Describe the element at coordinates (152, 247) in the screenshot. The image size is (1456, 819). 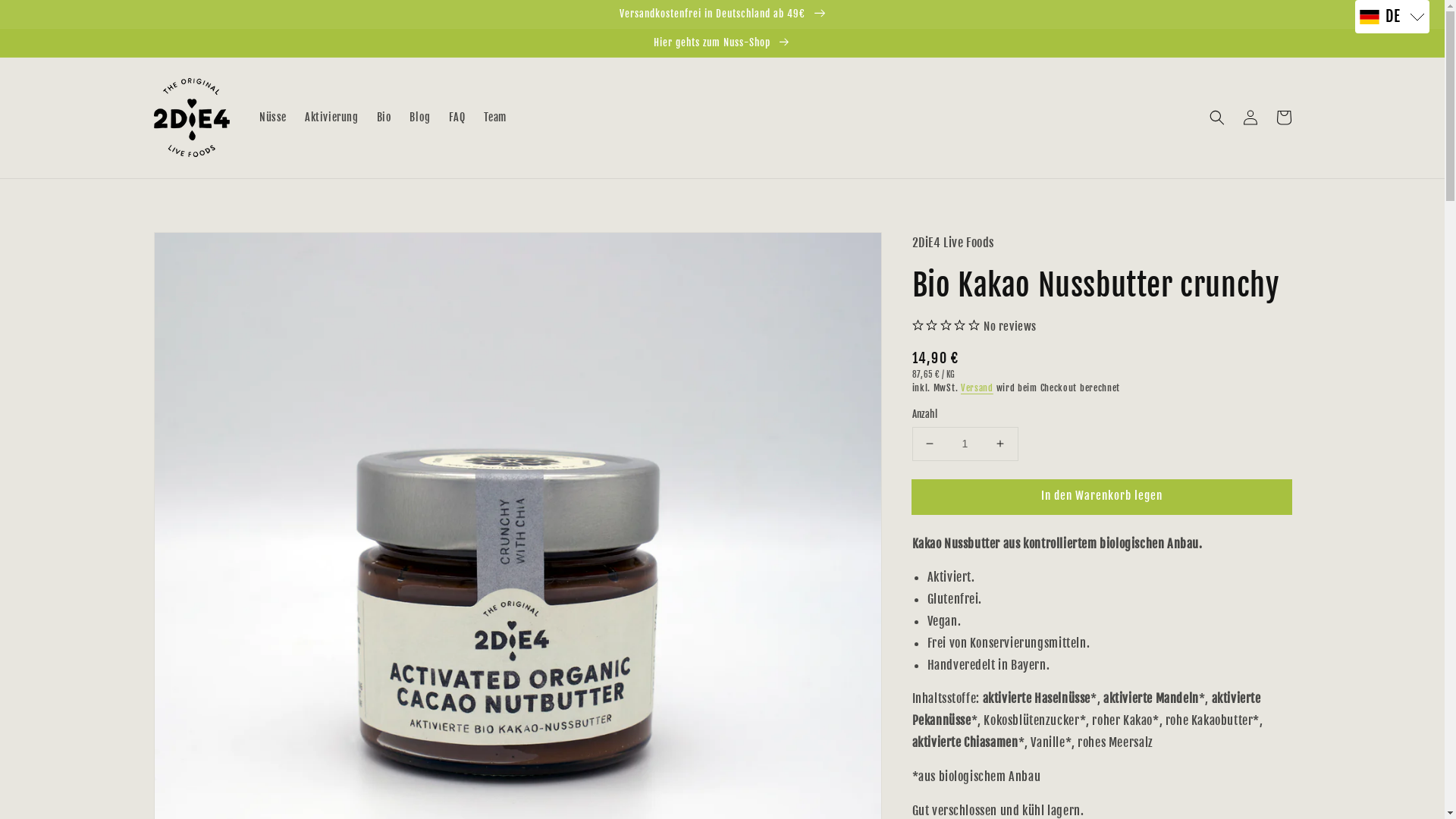
I see `'Zu Produktinformationen springen'` at that location.